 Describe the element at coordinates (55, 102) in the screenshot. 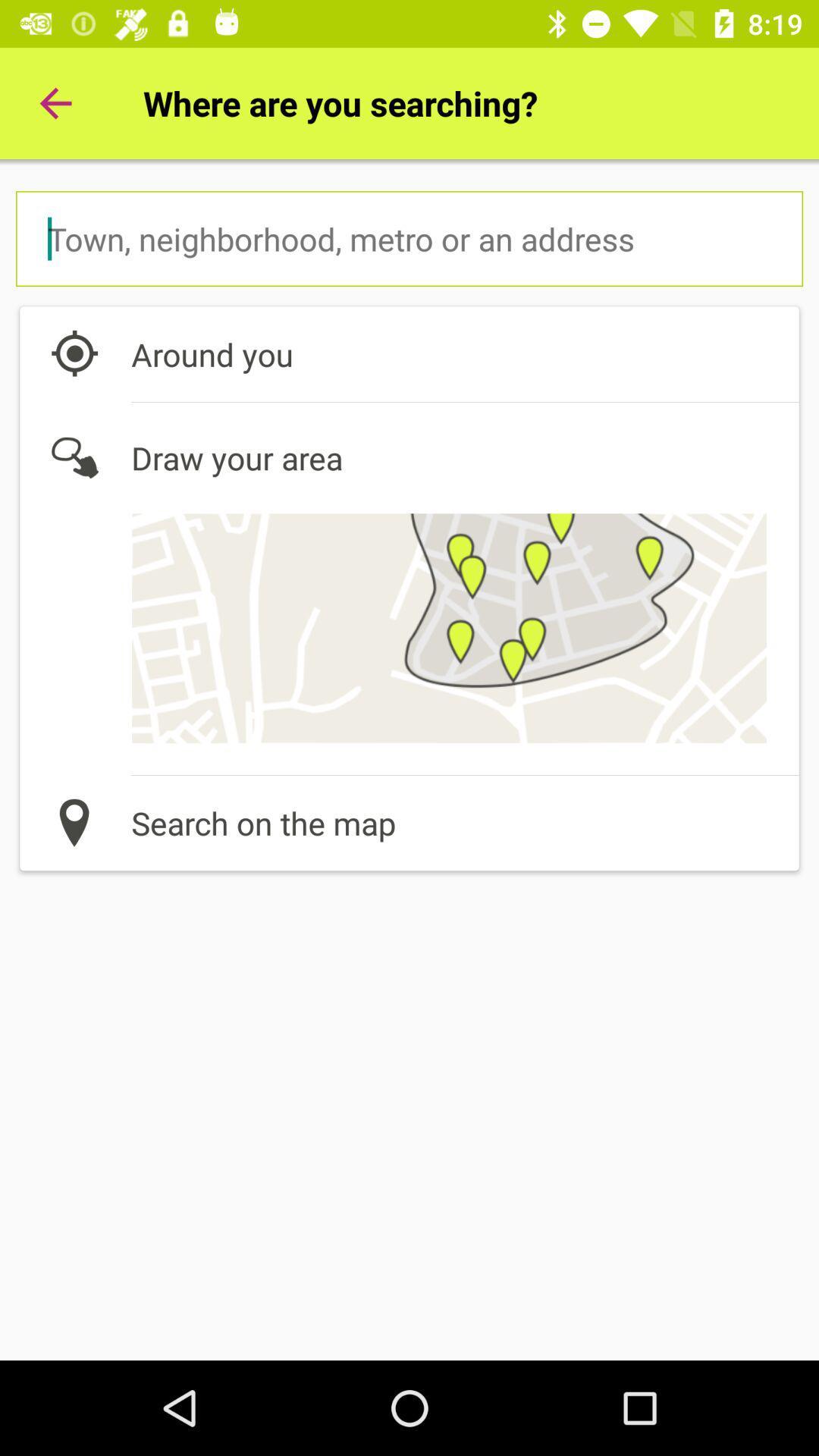

I see `item next to where are you item` at that location.